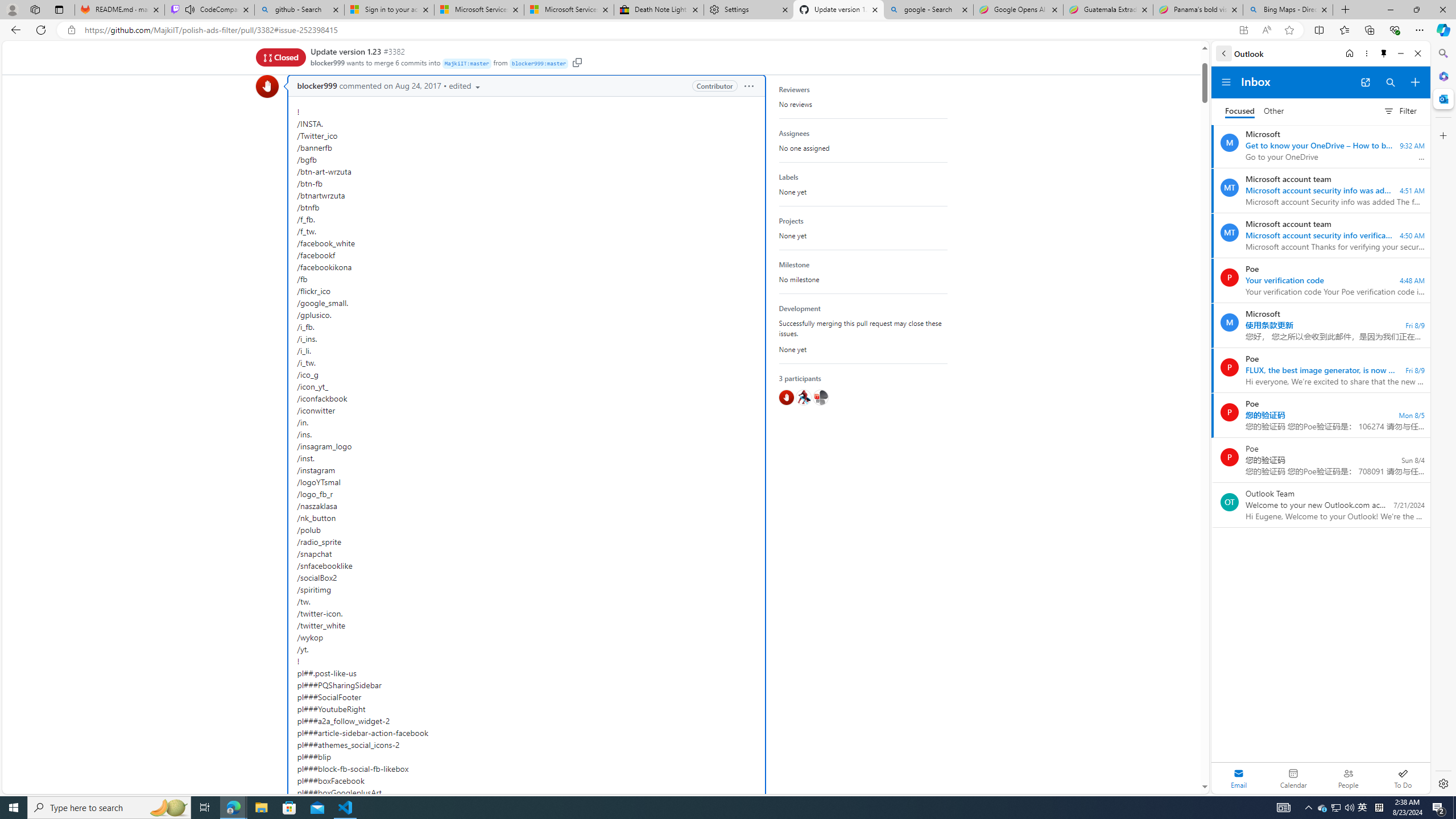 The height and width of the screenshot is (819, 1456). Describe the element at coordinates (820, 396) in the screenshot. I see `'@MajkiIT'` at that location.